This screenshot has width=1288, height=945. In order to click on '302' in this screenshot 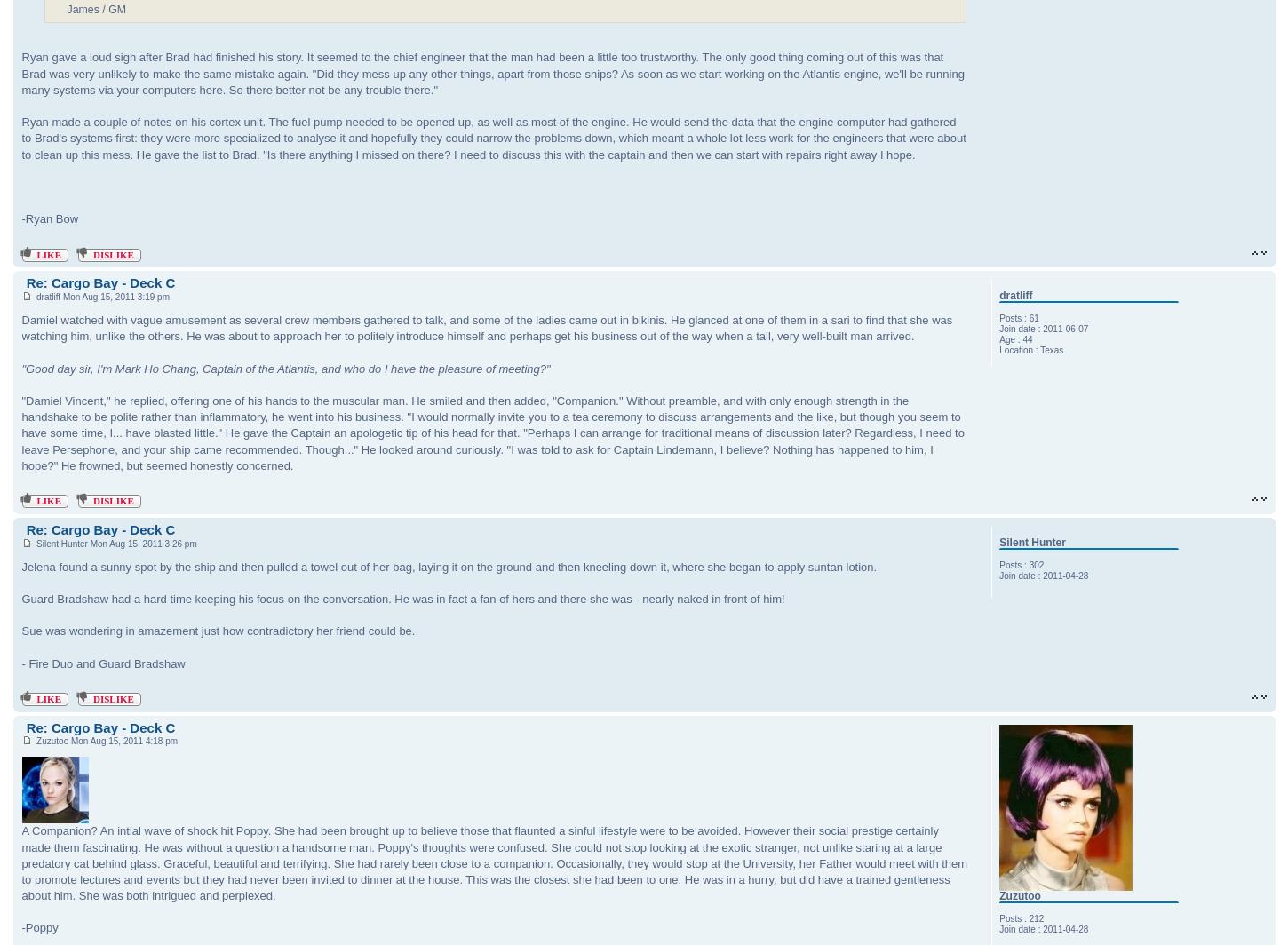, I will do `click(1035, 564)`.